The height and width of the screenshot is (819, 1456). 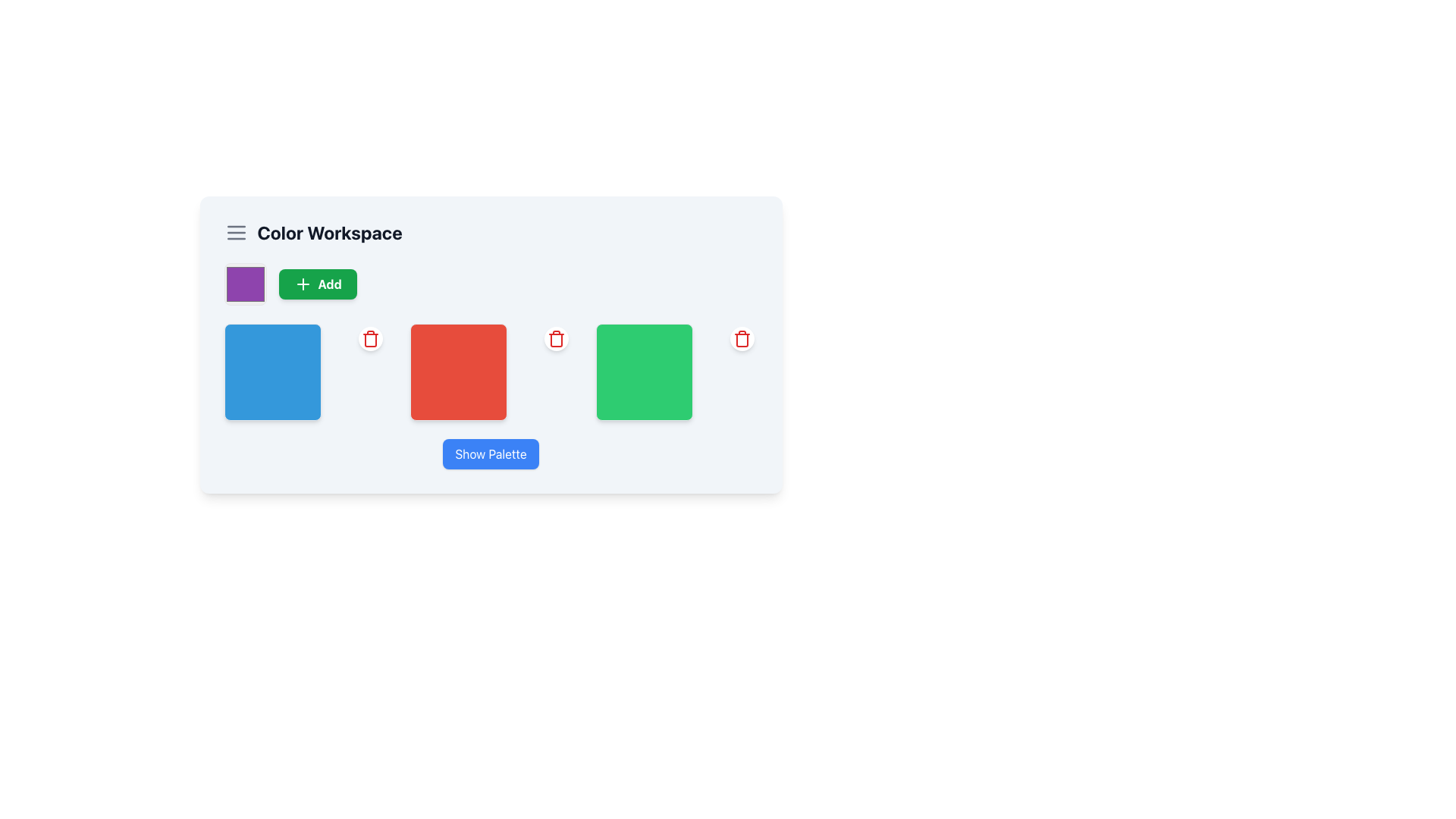 What do you see at coordinates (556, 338) in the screenshot?
I see `the trash/delete icon located in the top-right corner of the red square` at bounding box center [556, 338].